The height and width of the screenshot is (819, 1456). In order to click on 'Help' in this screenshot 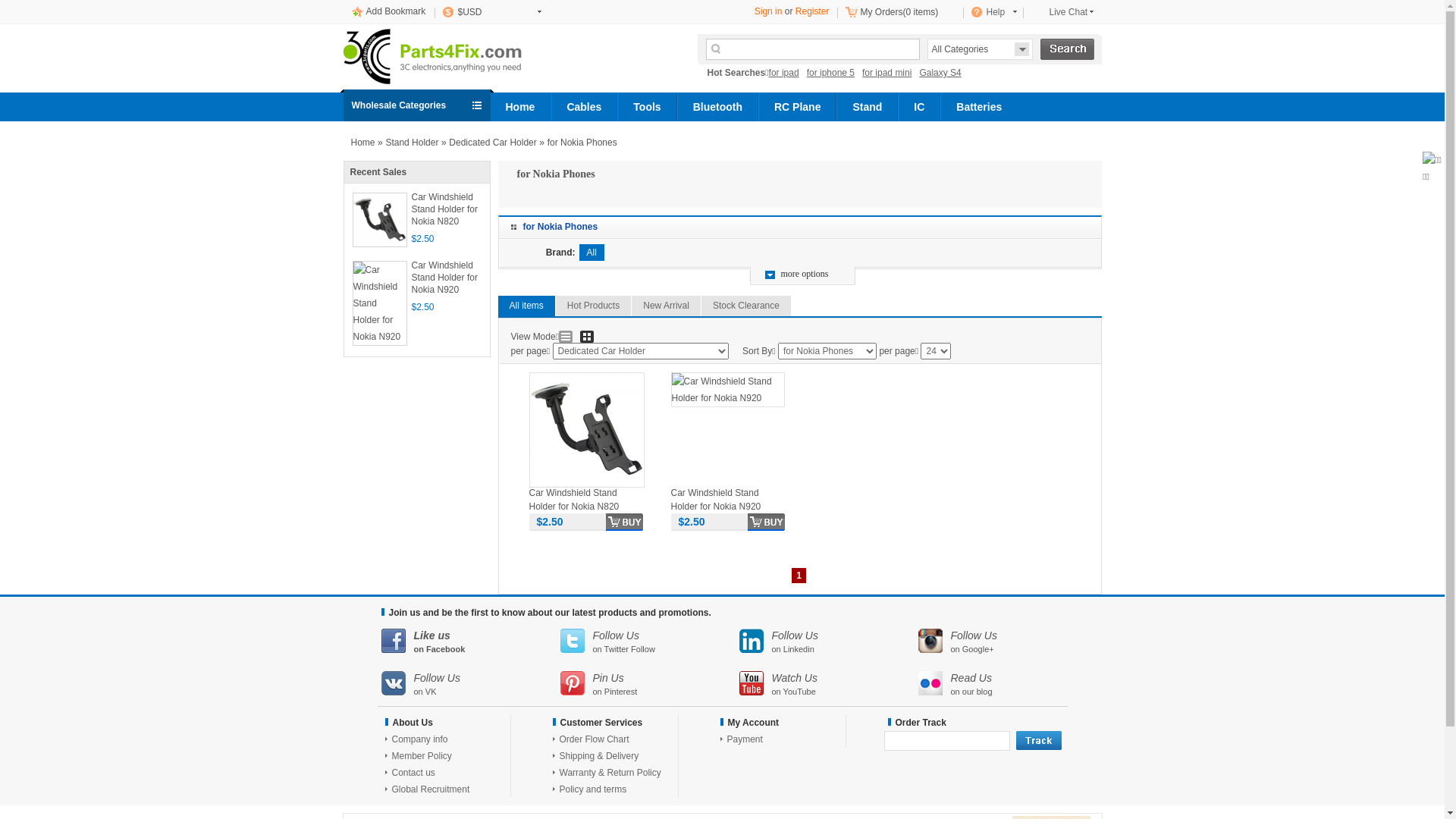, I will do `click(993, 12)`.